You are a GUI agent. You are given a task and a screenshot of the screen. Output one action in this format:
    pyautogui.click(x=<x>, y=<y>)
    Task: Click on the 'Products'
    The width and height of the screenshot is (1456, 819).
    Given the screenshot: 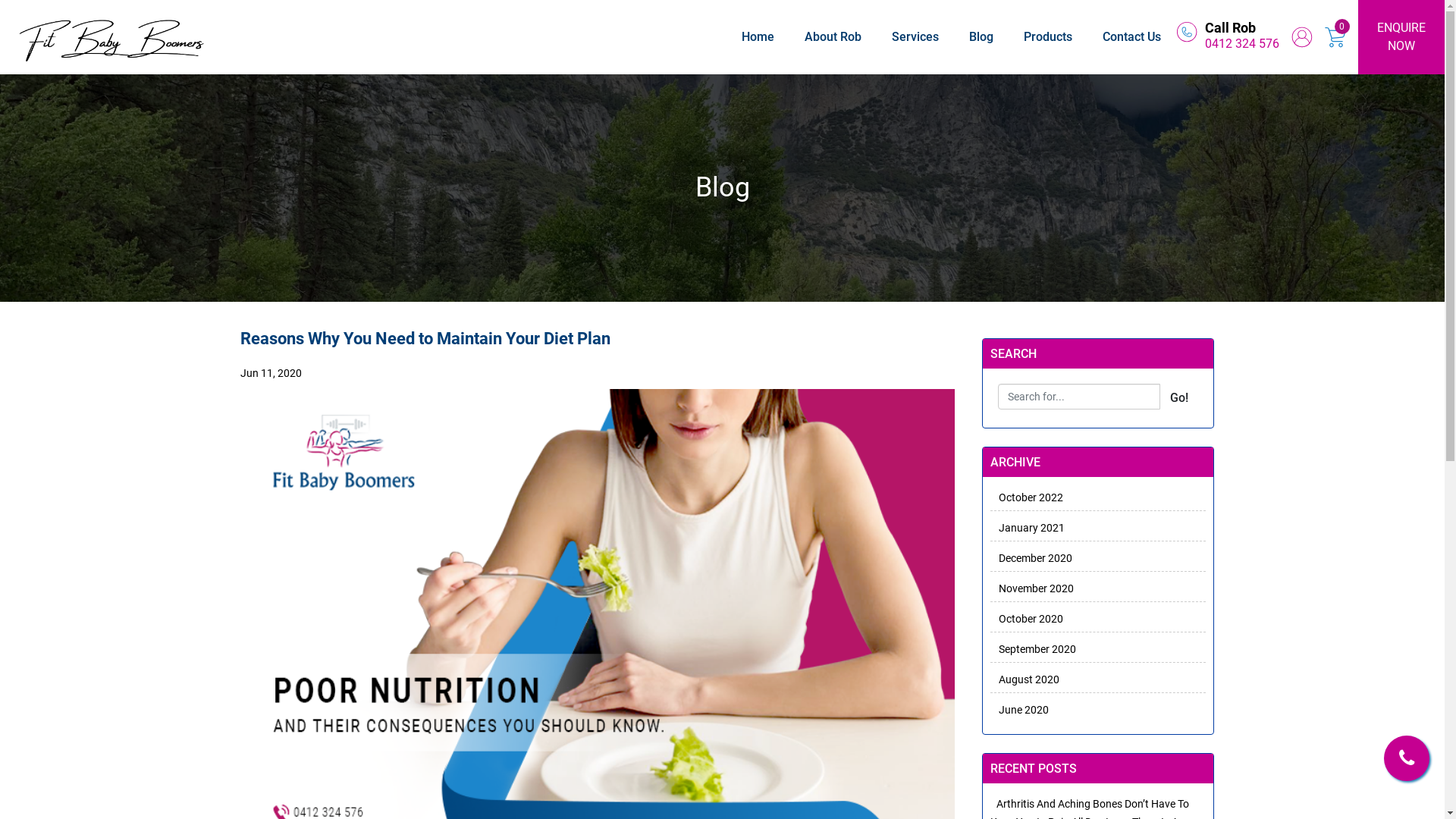 What is the action you would take?
    pyautogui.click(x=1047, y=36)
    